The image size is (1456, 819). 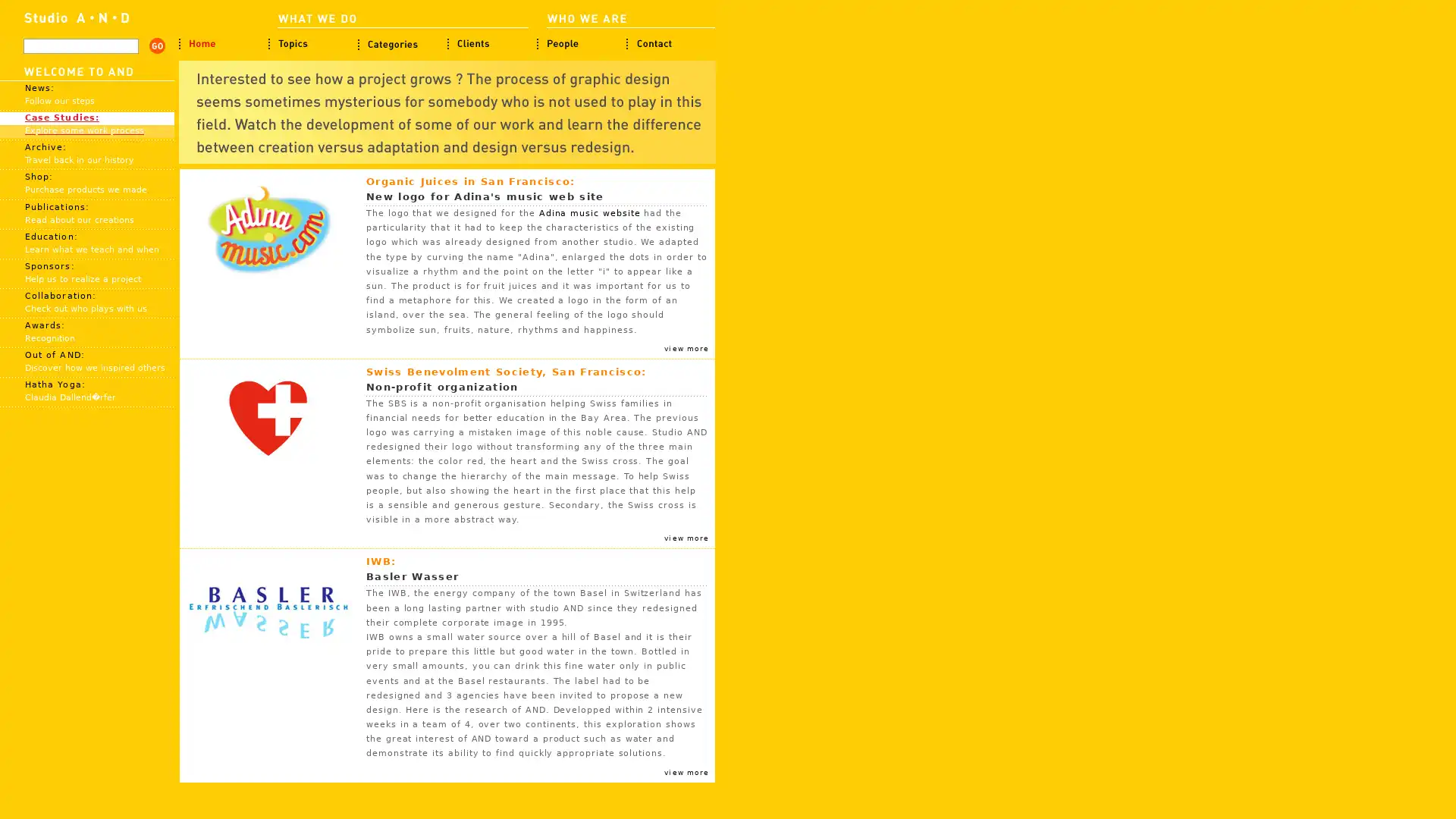 What do you see at coordinates (156, 45) in the screenshot?
I see `search` at bounding box center [156, 45].